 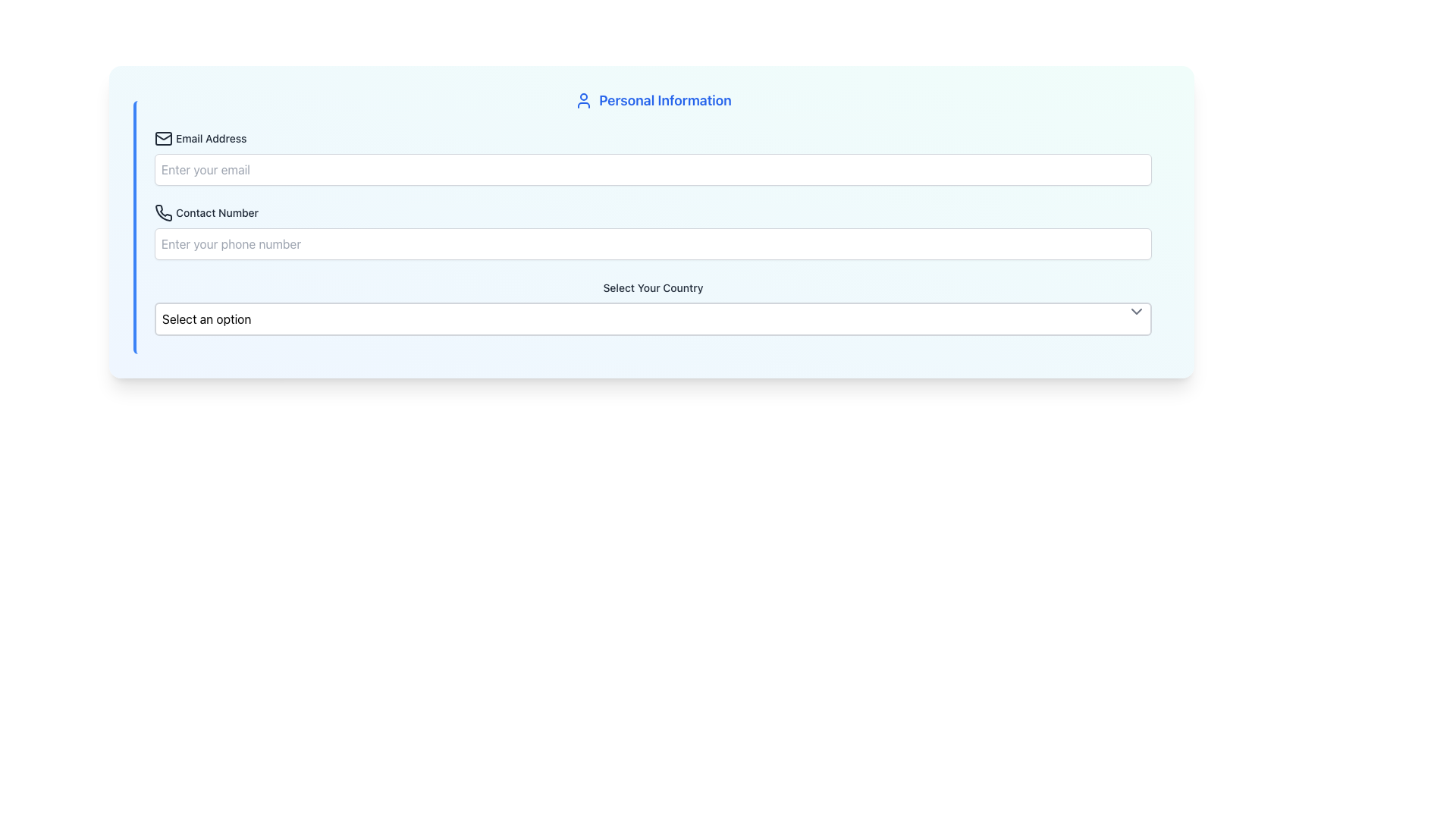 What do you see at coordinates (164, 138) in the screenshot?
I see `the decorative envelope icon indicating the email input field, located next to the label 'Email Address'` at bounding box center [164, 138].